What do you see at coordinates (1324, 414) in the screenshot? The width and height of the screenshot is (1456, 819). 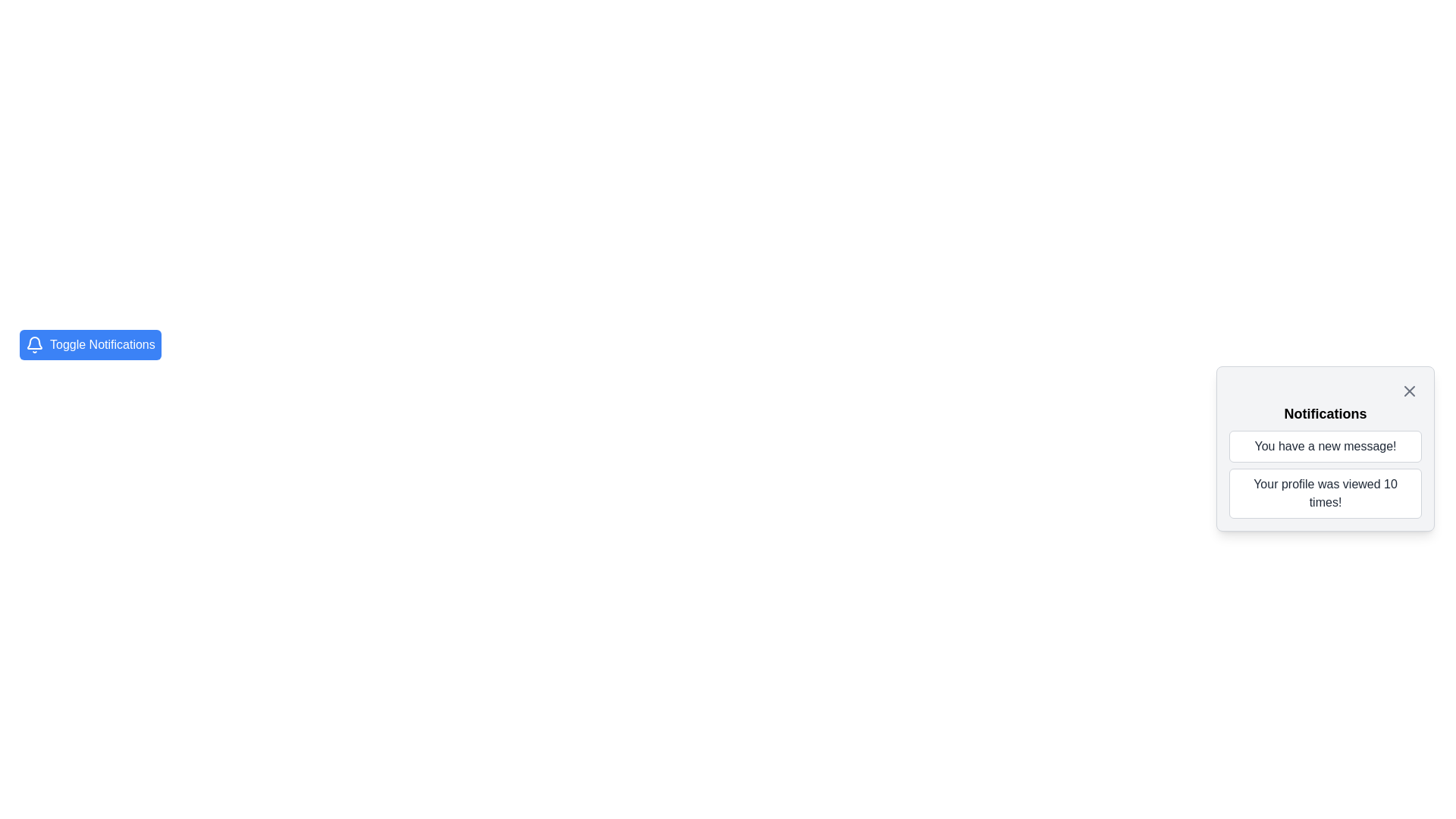 I see `the 'Notifications' text label which is bold and larger, located centrally at the top of the modal box, above the notification messages and next to the close button` at bounding box center [1324, 414].